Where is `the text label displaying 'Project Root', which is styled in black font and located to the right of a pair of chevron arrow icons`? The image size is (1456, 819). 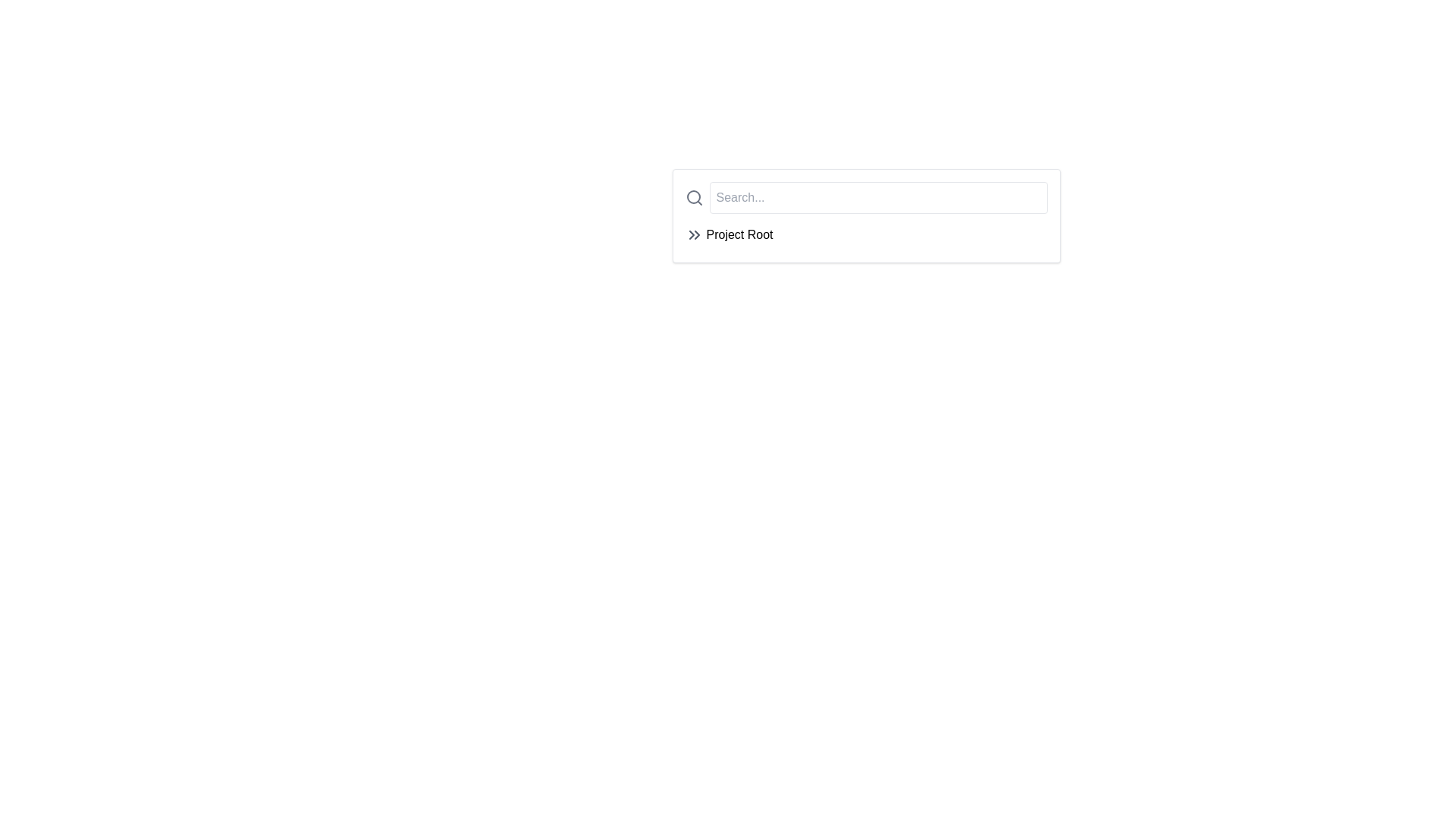
the text label displaying 'Project Root', which is styled in black font and located to the right of a pair of chevron arrow icons is located at coordinates (739, 234).